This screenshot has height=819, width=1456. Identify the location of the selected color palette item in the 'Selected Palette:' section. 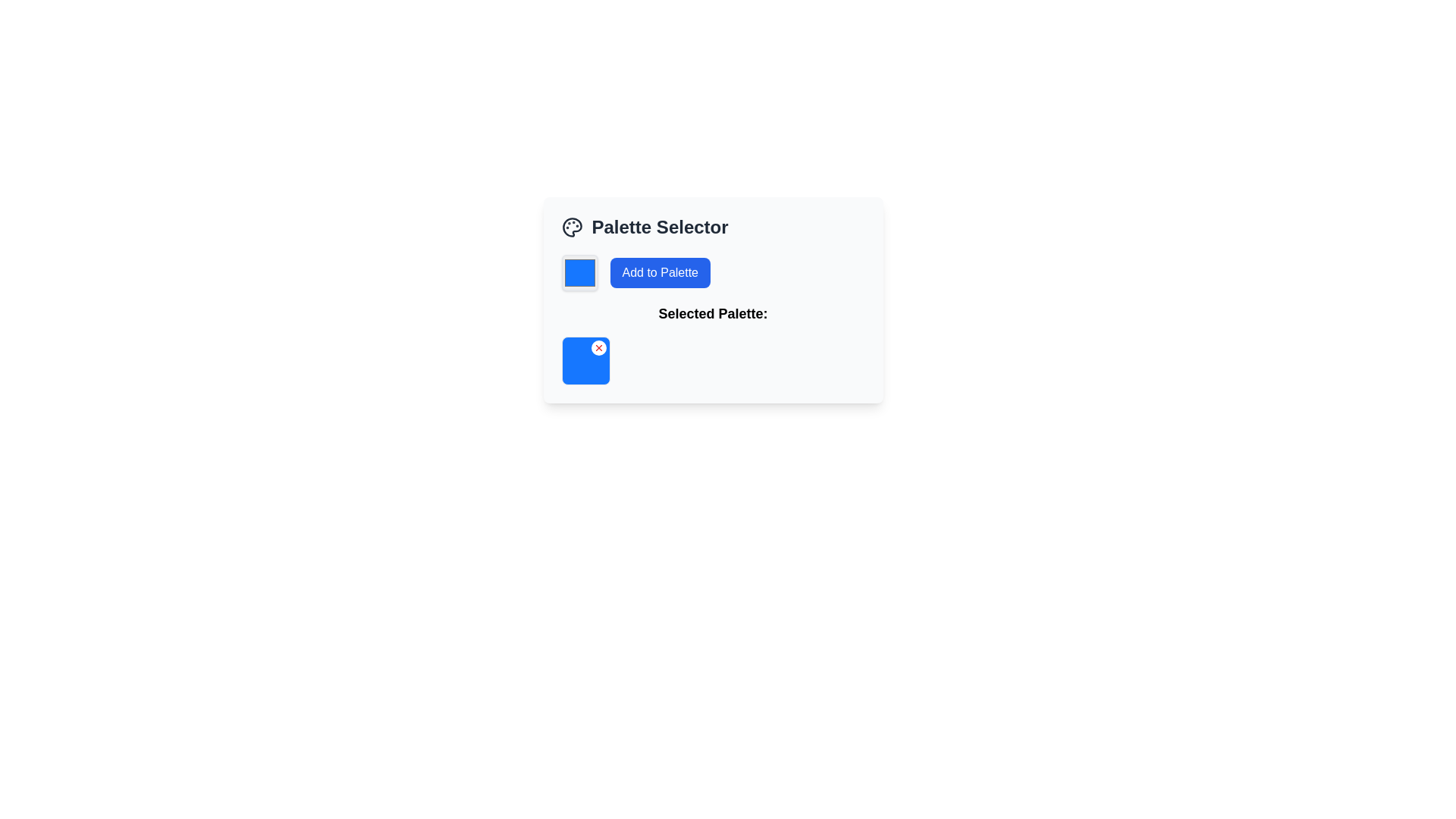
(585, 360).